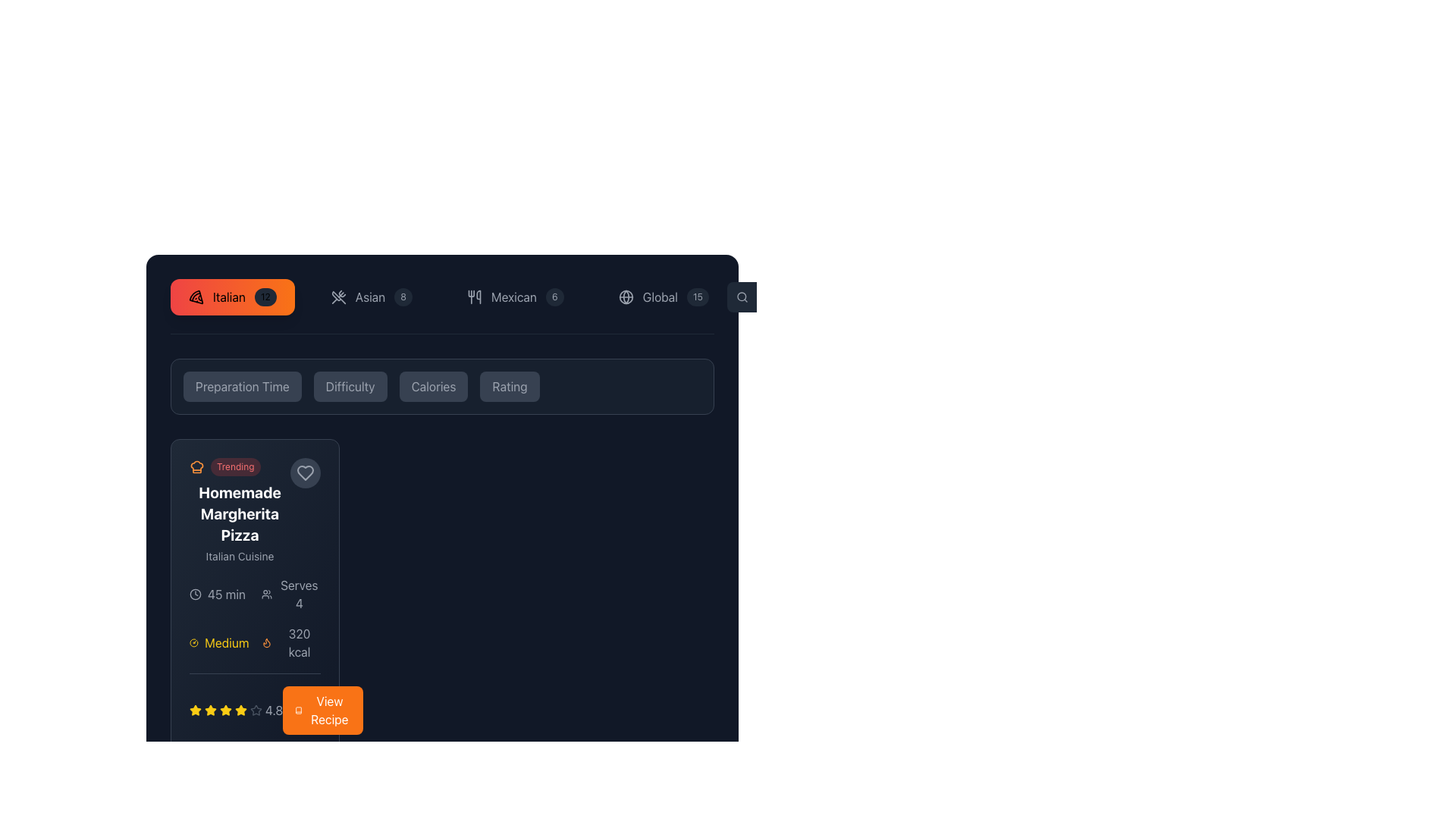 The height and width of the screenshot is (819, 1456). Describe the element at coordinates (513, 297) in the screenshot. I see `the 'Mexican' text label in the horizontal navigation bar` at that location.